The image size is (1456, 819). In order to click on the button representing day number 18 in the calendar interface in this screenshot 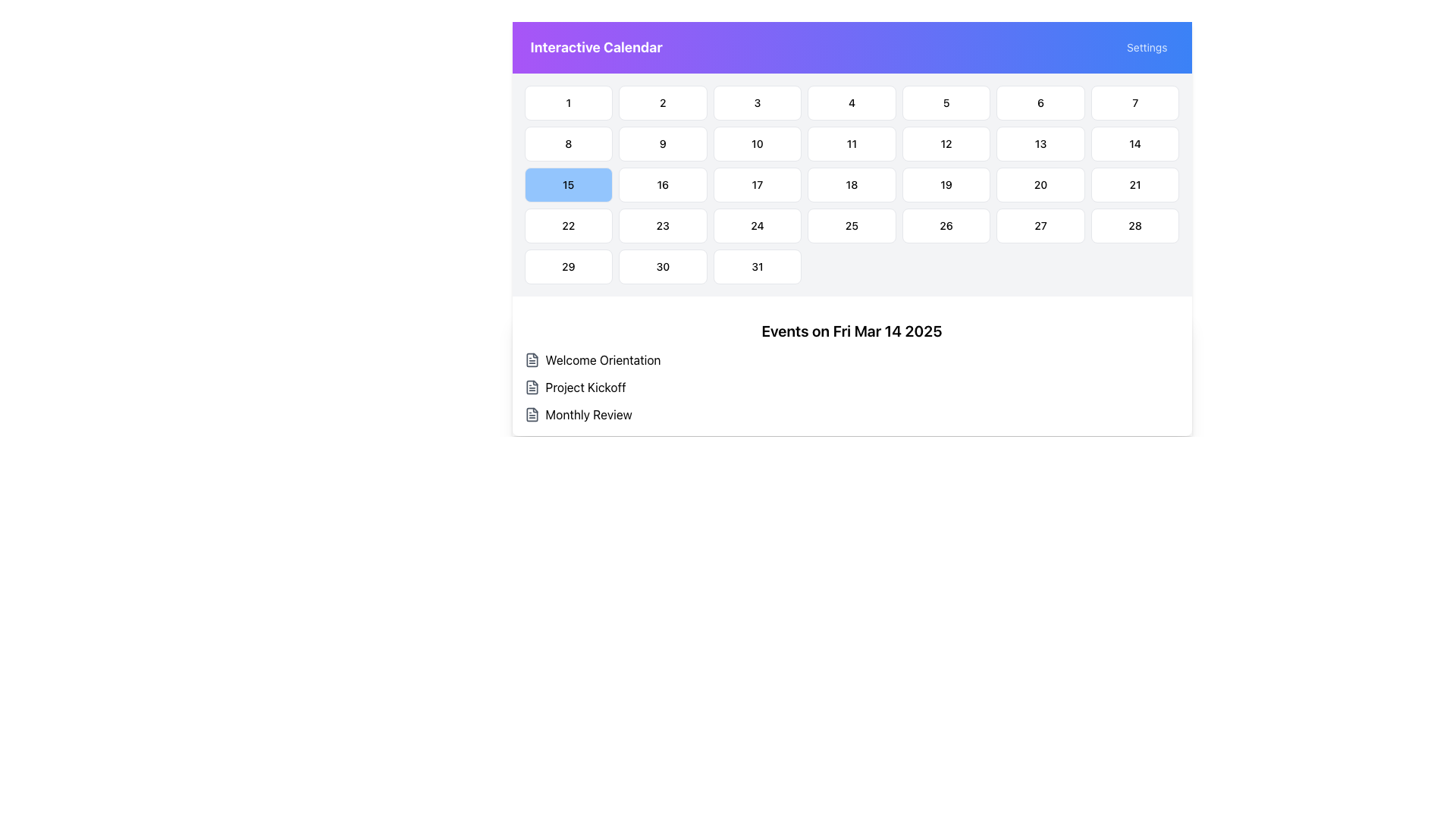, I will do `click(852, 184)`.